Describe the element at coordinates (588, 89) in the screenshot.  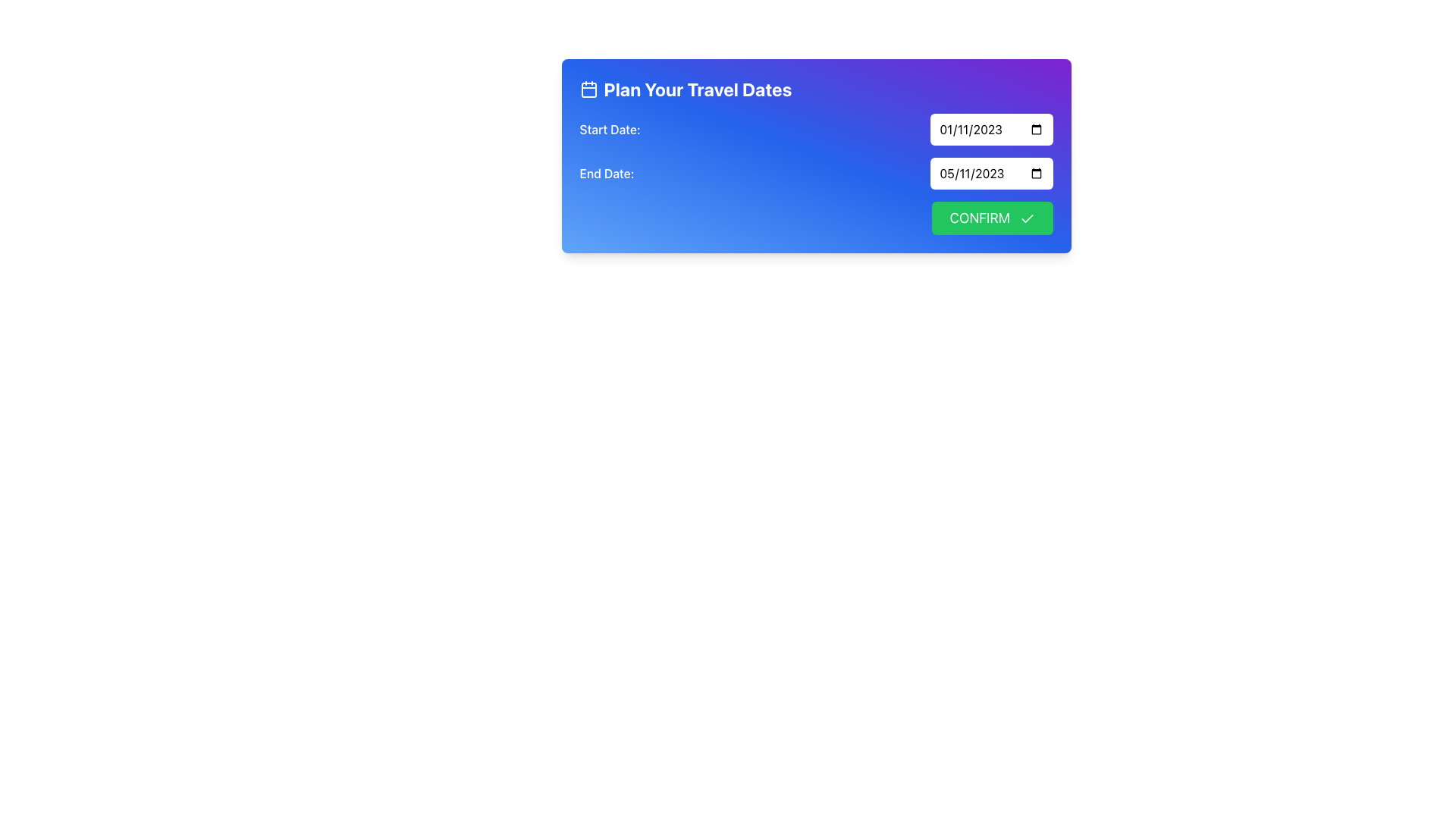
I see `the calendar icon located to the left of the text 'Plan Your Travel Dates', which features a square outline and two vertical rectangular shapes representing the header` at that location.